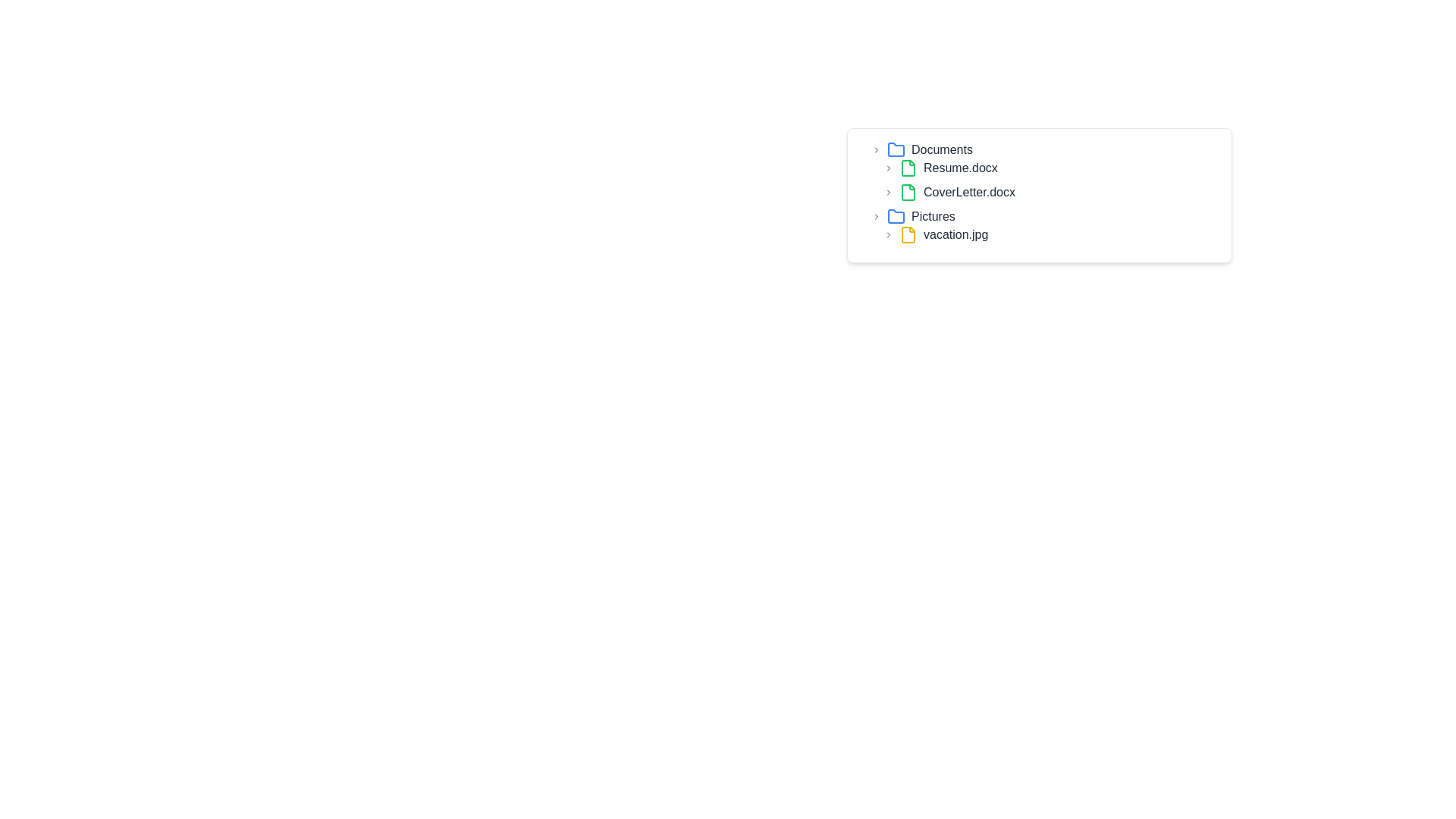 The width and height of the screenshot is (1456, 819). I want to click on the file icon represented by a green document with a folded corner, located next to the 'CoverLetter.docx' text label, so click(908, 192).